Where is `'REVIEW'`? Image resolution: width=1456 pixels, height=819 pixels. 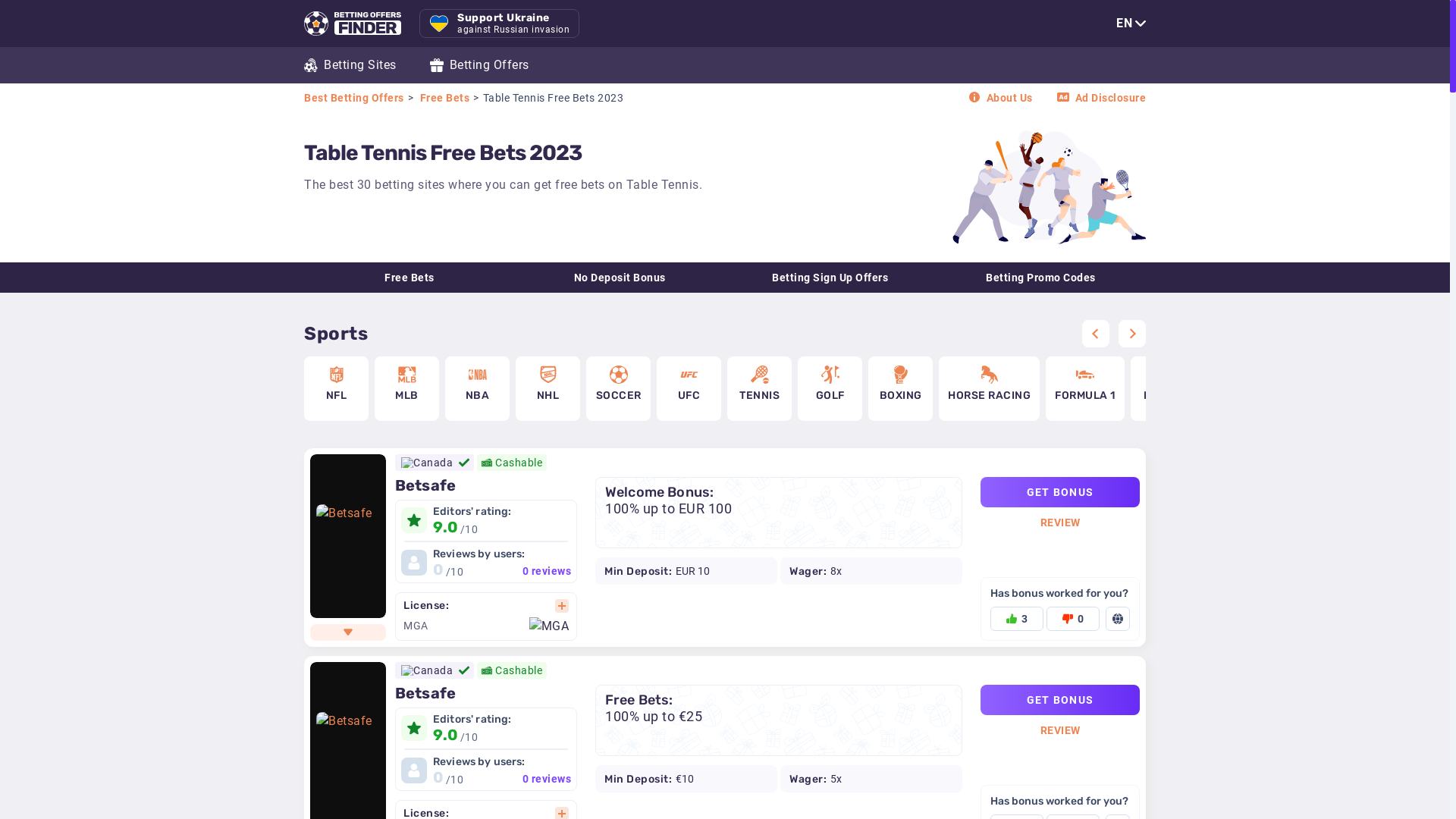
'REVIEW' is located at coordinates (1040, 522).